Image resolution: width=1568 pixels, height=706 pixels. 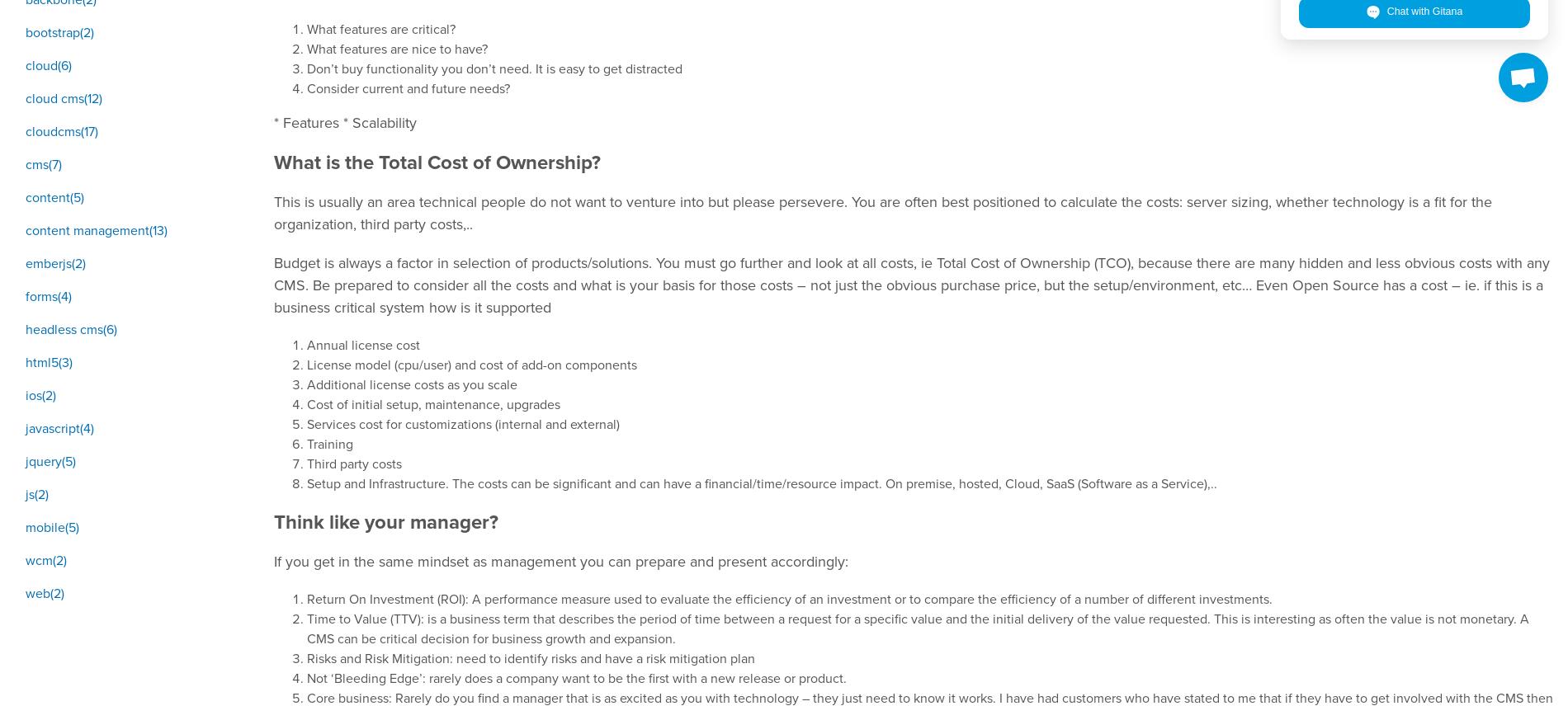 I want to click on 'bootstrap(2)', so click(x=25, y=31).